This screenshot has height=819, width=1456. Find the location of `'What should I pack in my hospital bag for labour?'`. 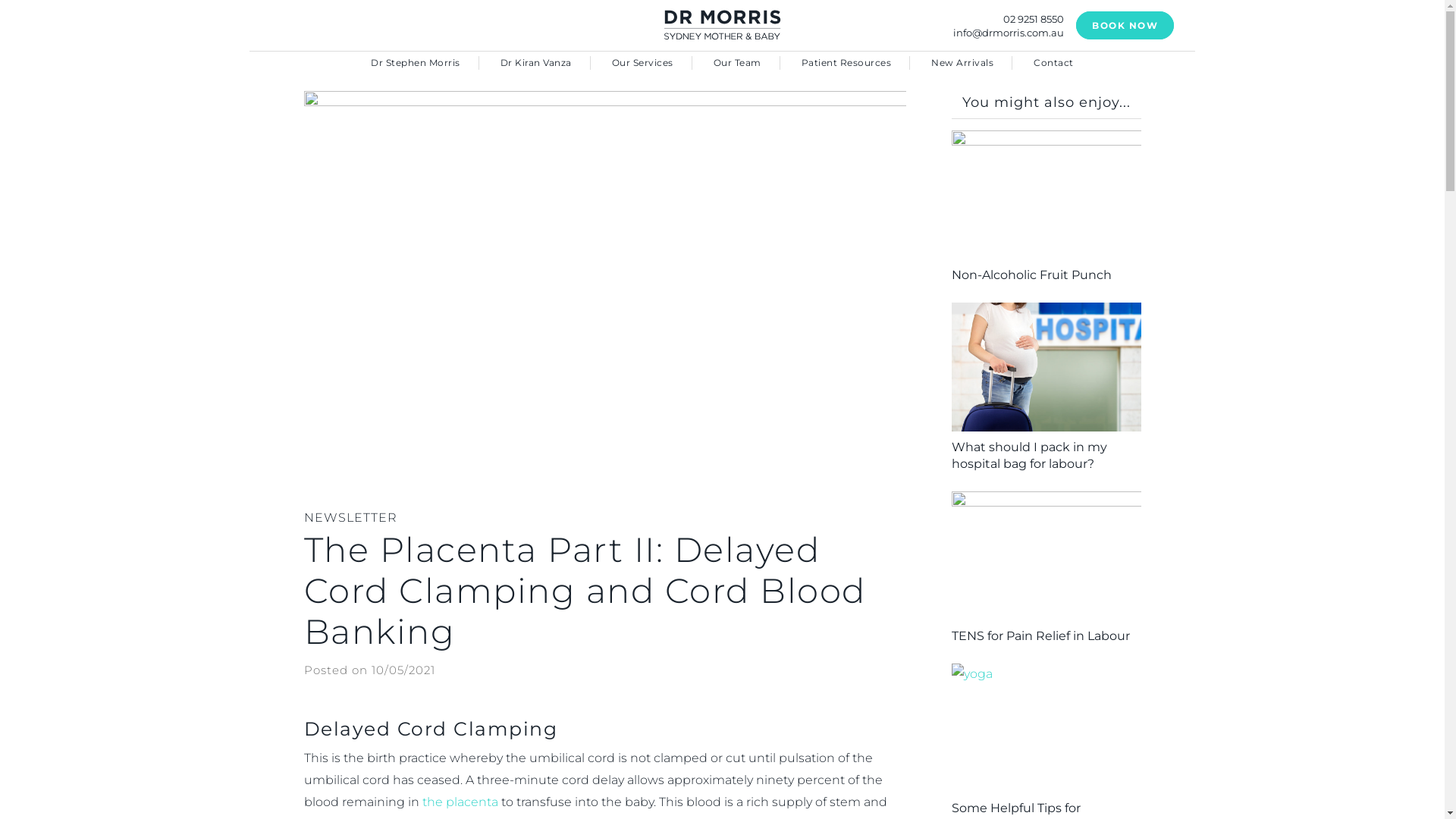

'What should I pack in my hospital bag for labour?' is located at coordinates (949, 455).